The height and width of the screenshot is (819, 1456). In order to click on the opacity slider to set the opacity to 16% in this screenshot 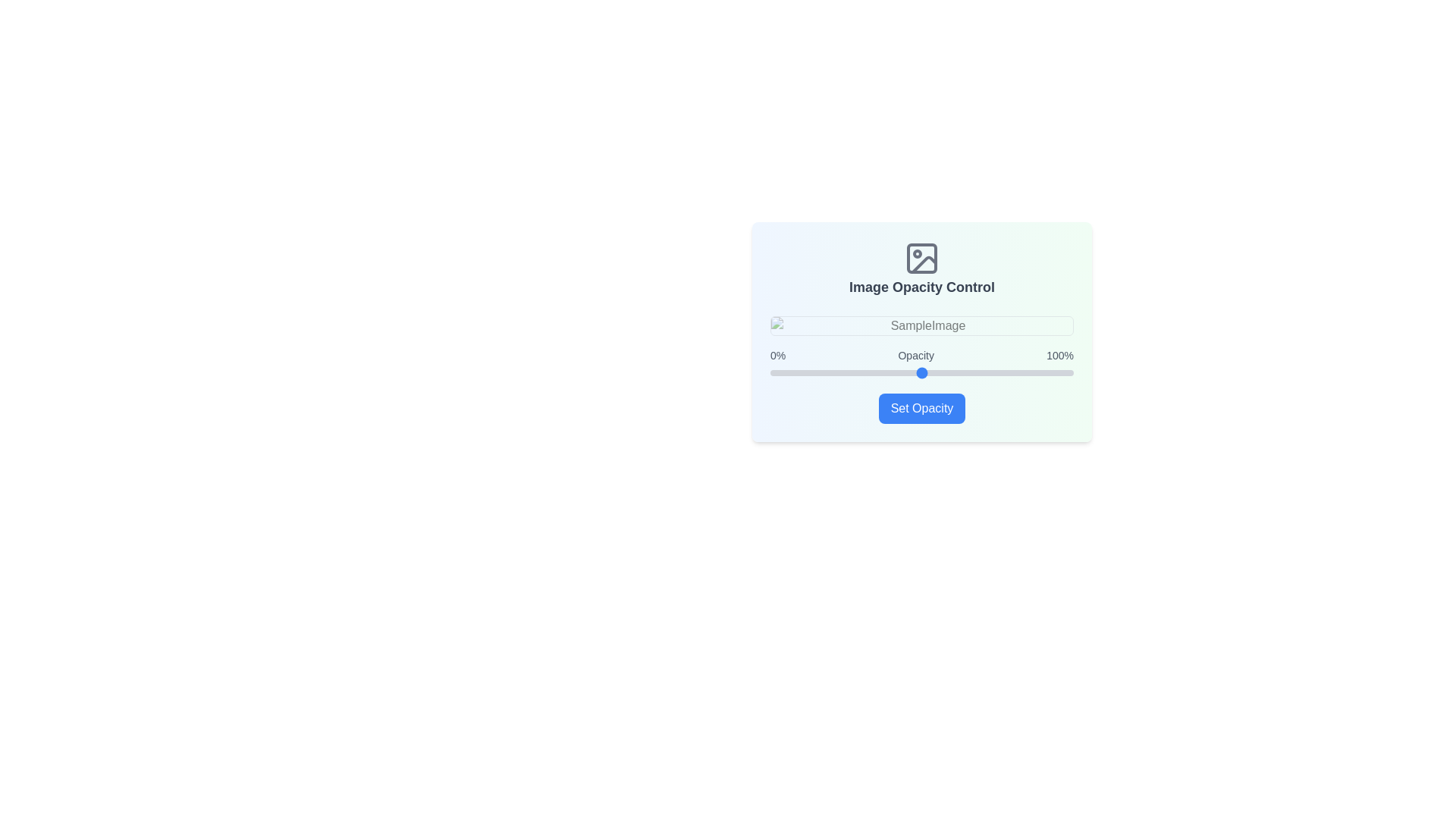, I will do `click(818, 373)`.